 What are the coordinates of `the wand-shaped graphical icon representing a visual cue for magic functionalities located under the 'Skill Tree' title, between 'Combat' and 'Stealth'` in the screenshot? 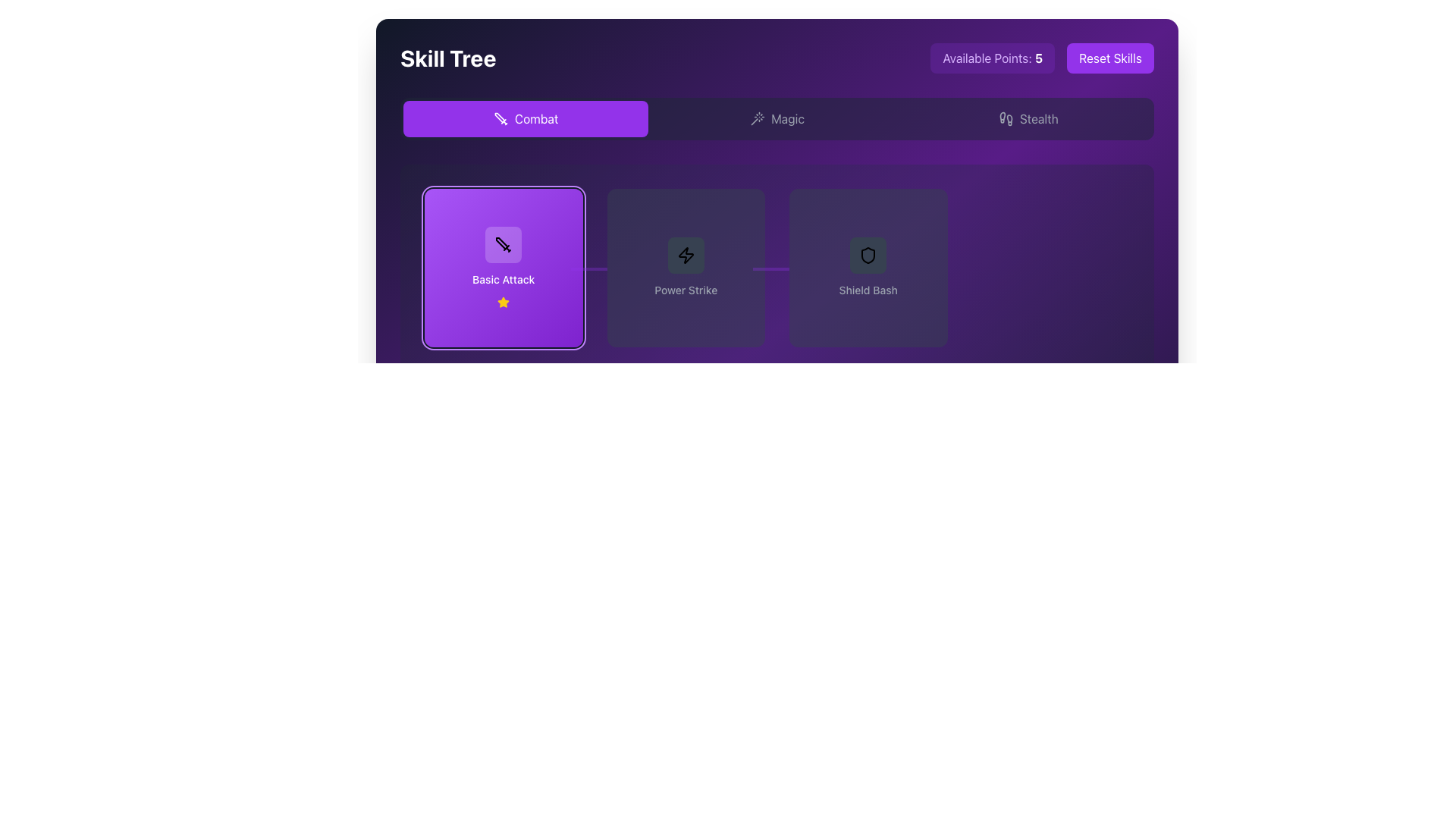 It's located at (757, 118).